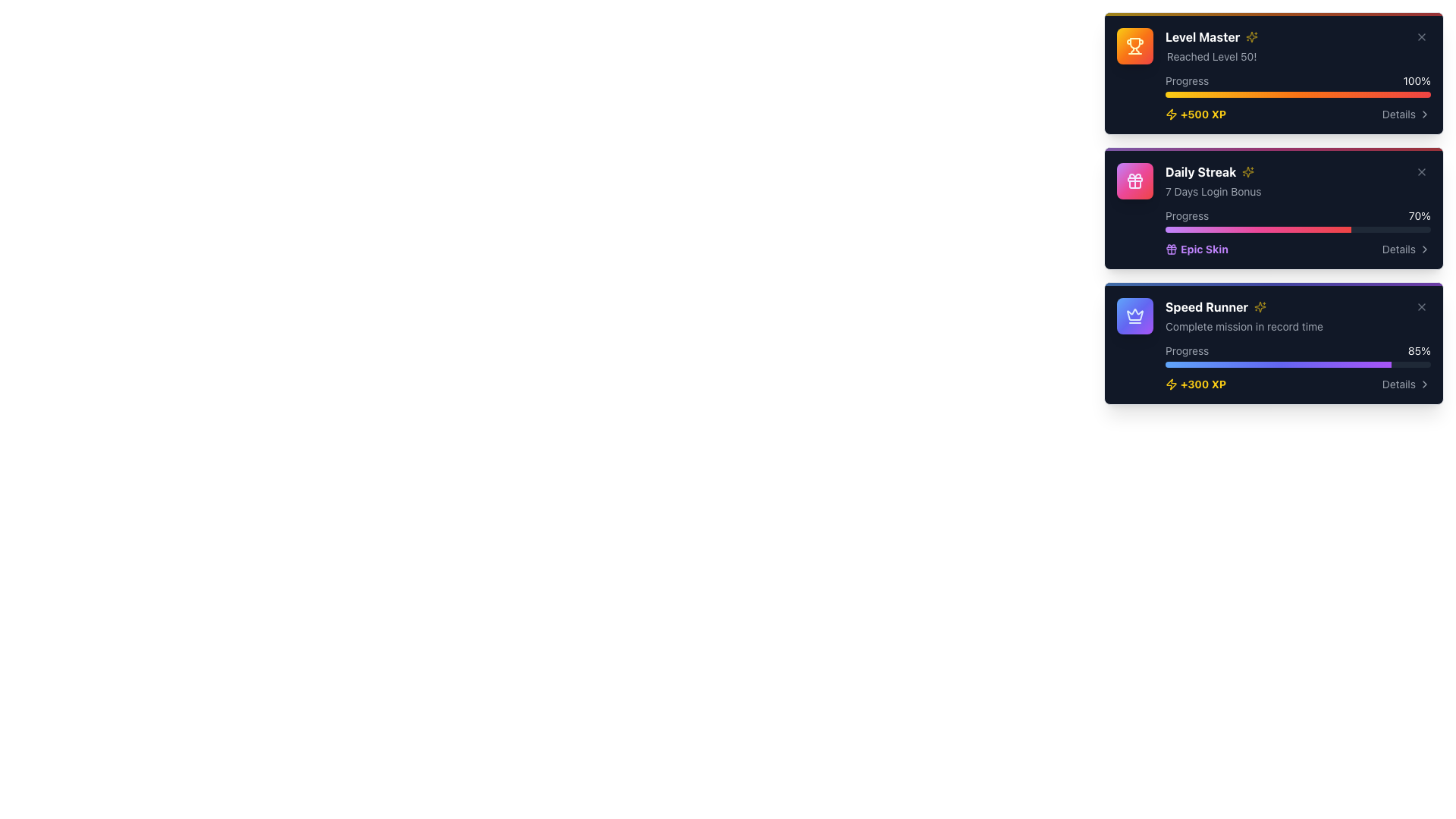 Image resolution: width=1456 pixels, height=819 pixels. What do you see at coordinates (1274, 149) in the screenshot?
I see `the vibrant gradient progress bar located within the 'Daily Streak' card, positioned directly below the '7 Days Login Bonus' text` at bounding box center [1274, 149].